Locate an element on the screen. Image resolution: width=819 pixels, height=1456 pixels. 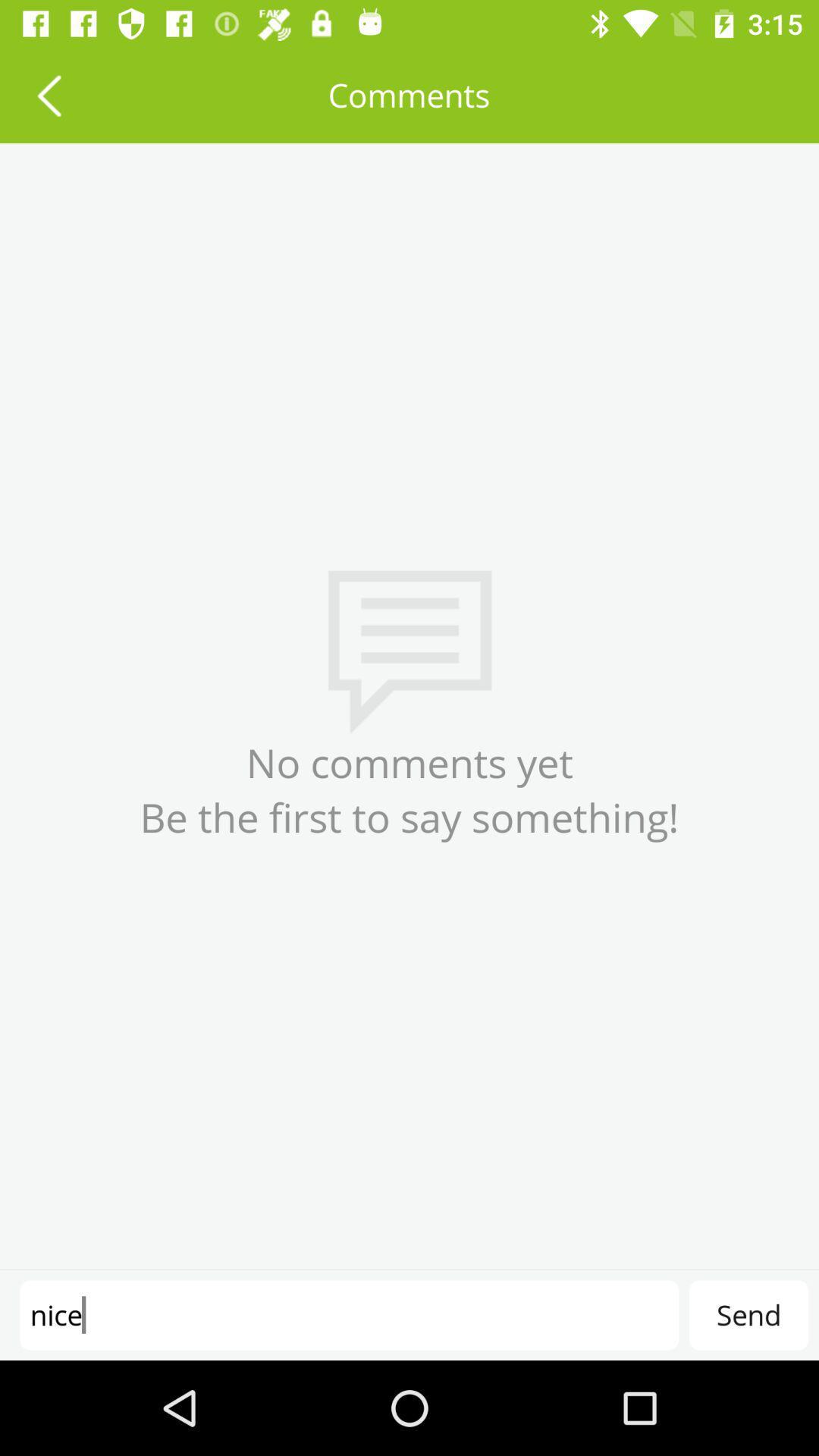
nice item is located at coordinates (349, 1314).